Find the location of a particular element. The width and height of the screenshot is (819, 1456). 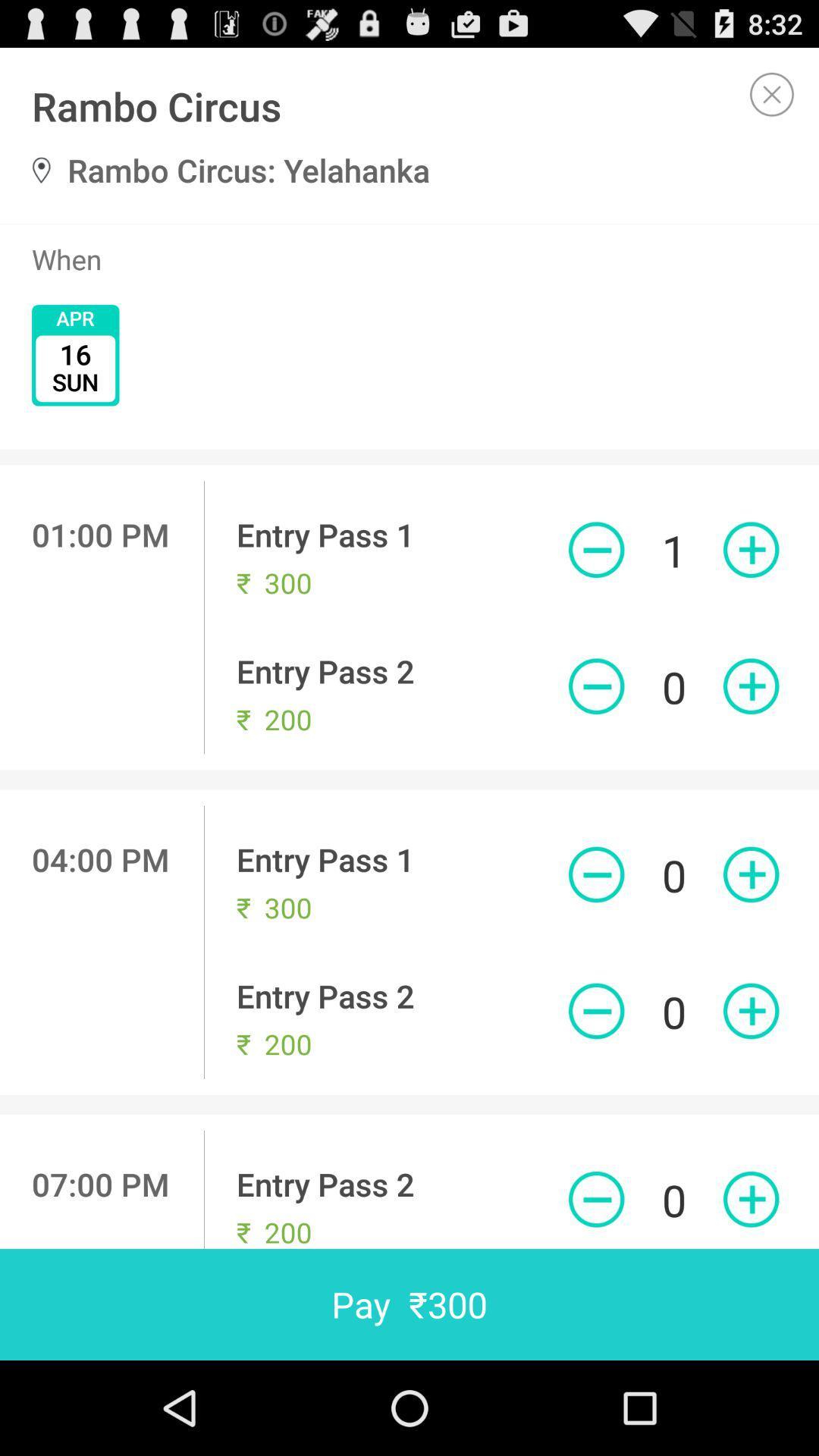

one is located at coordinates (751, 686).